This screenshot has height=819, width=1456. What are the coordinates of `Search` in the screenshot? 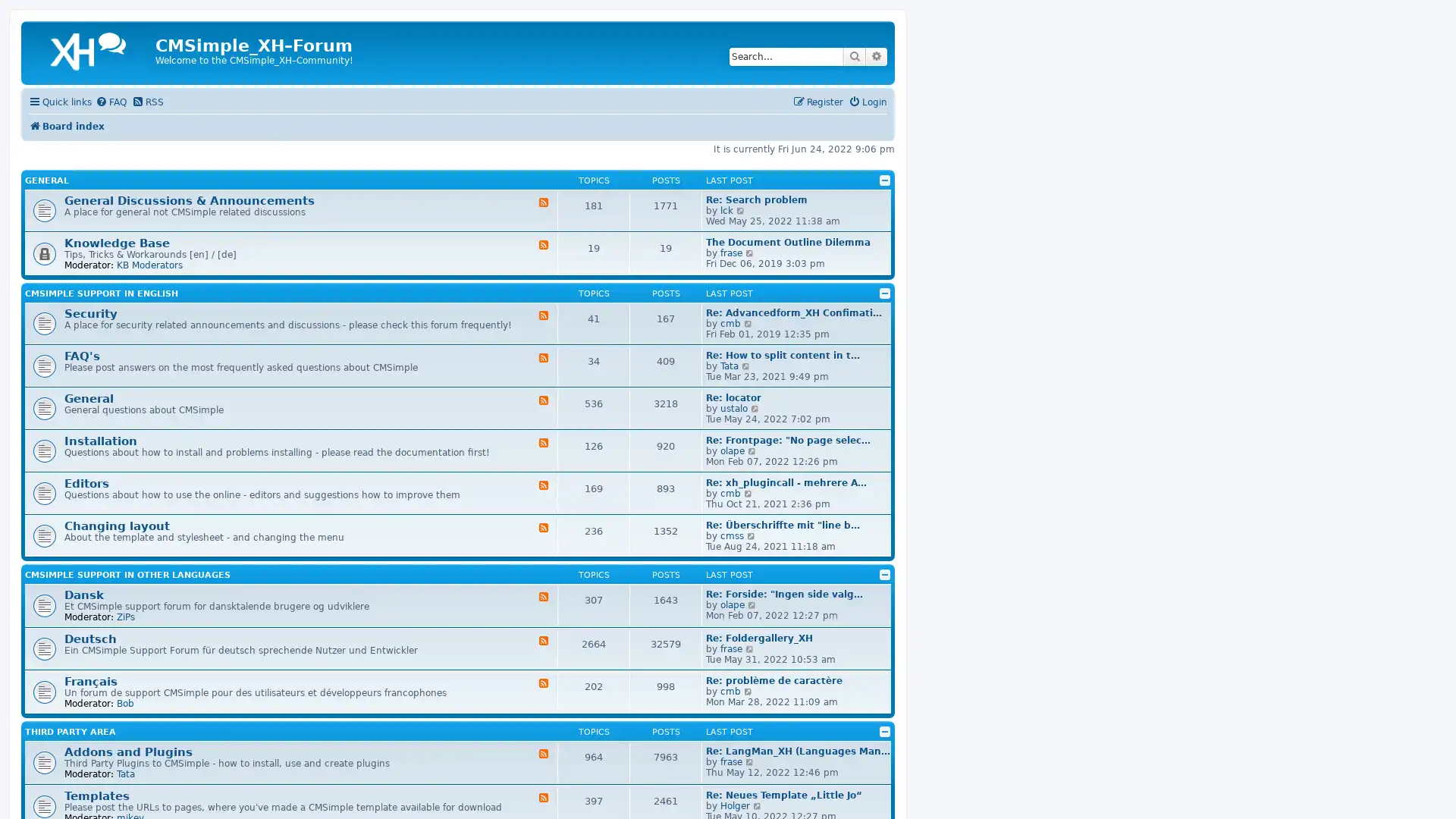 It's located at (855, 55).